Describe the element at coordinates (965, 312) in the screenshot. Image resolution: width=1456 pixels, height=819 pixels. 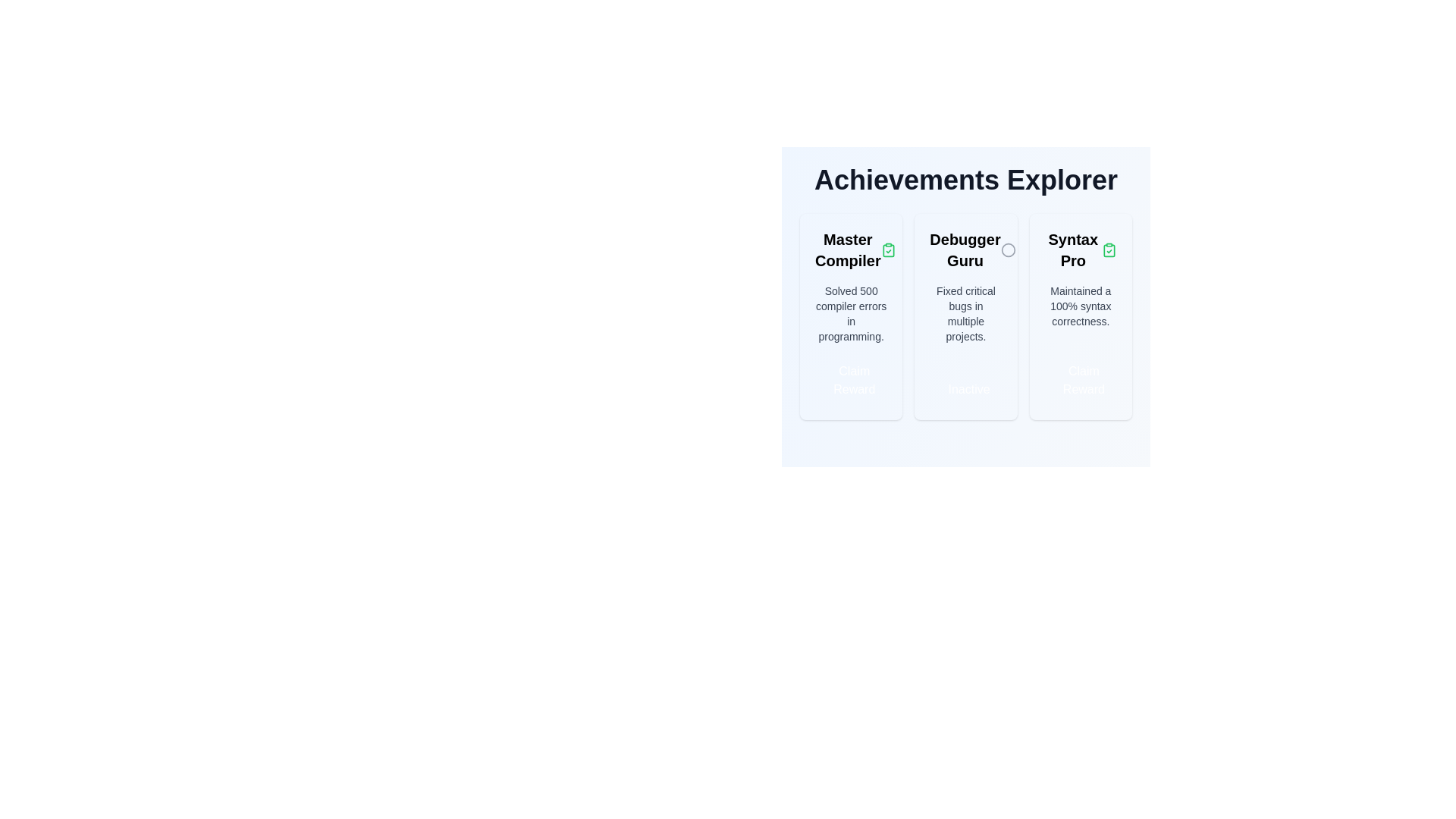
I see `the static text display that provides details about the 'Debugger Guru' achievement, located centrally within its card, below the title and above the status button` at that location.